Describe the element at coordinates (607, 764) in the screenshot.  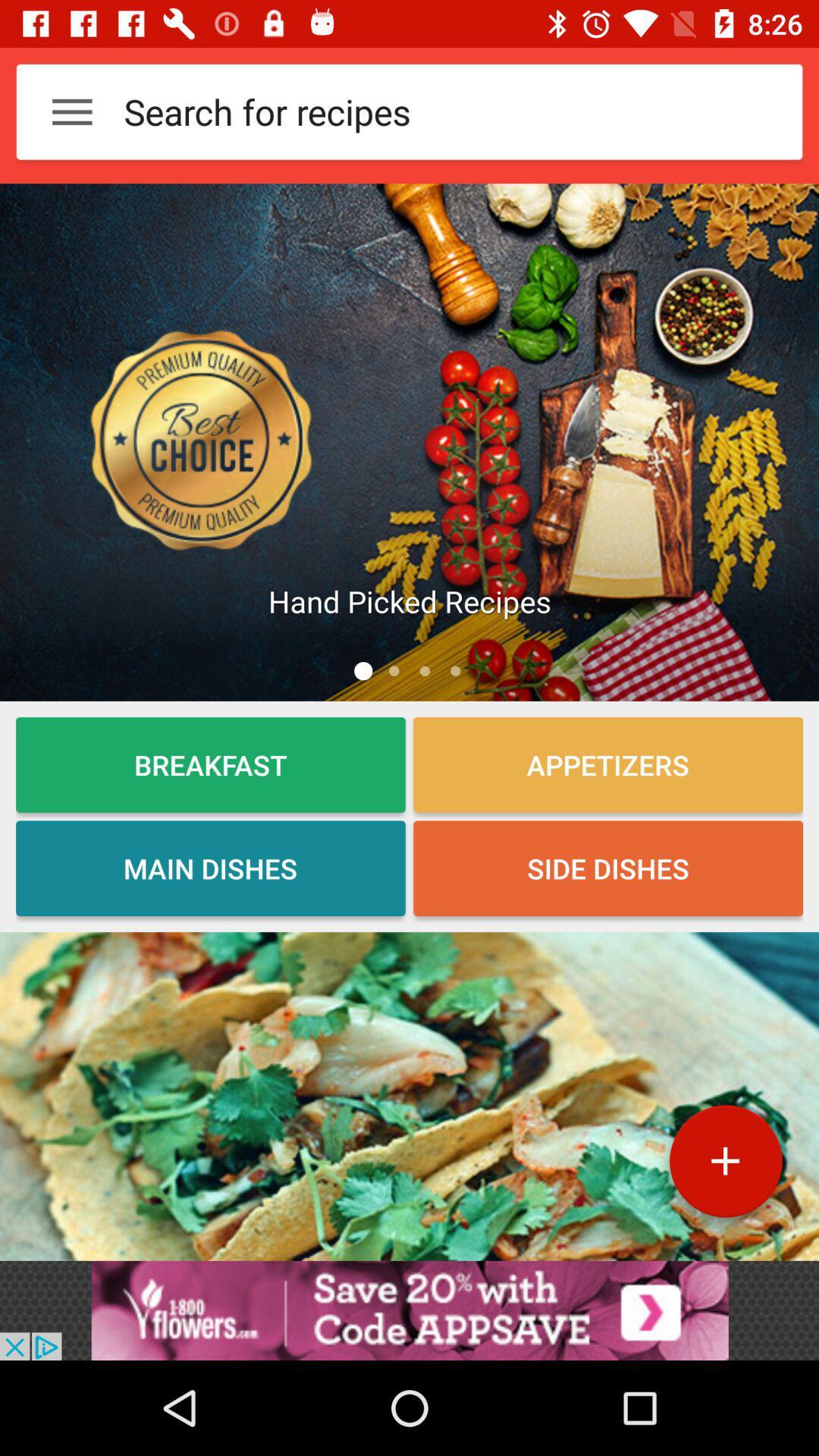
I see `the appetizers option` at that location.